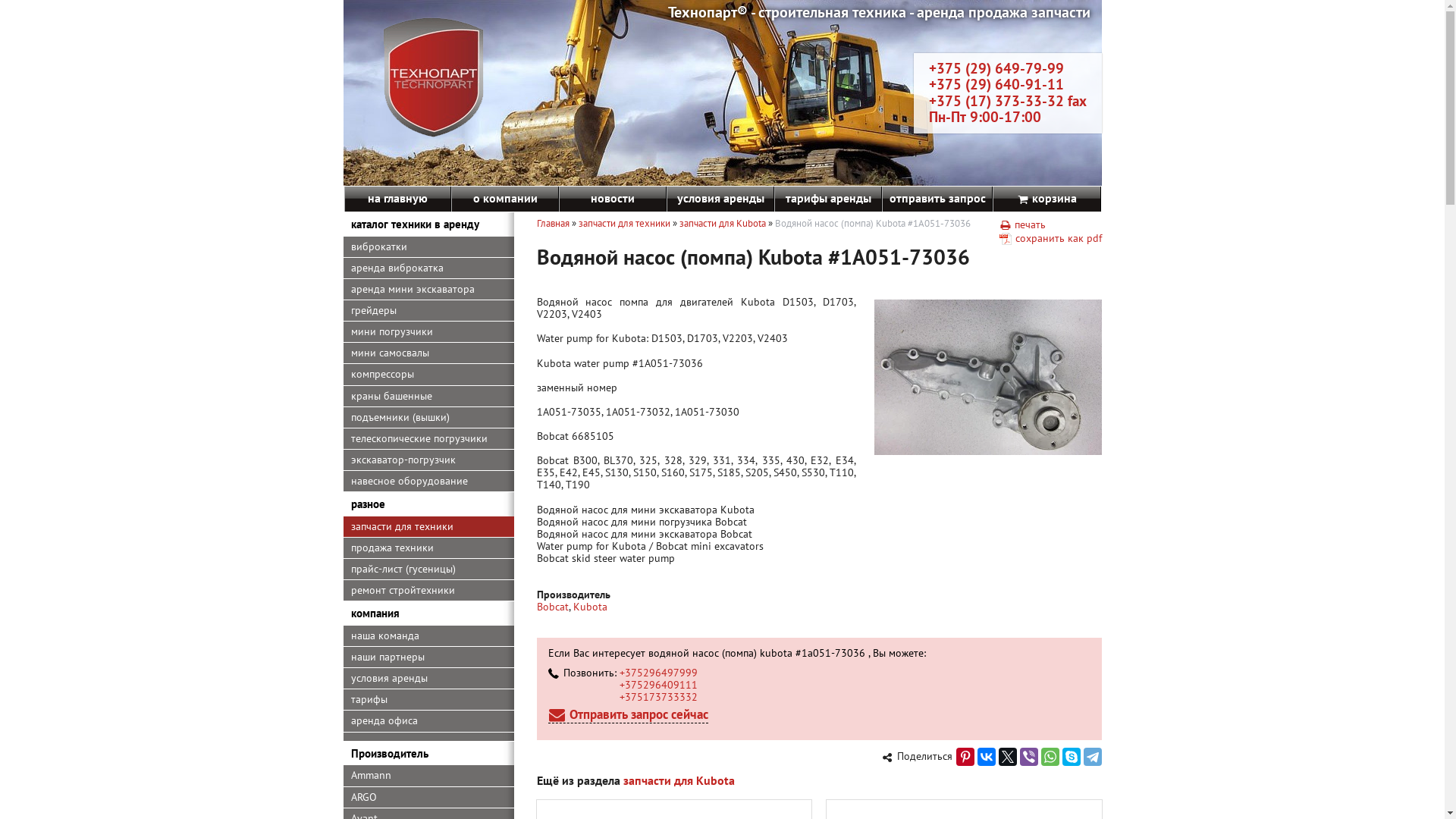  I want to click on 'WhatsApp', so click(1048, 757).